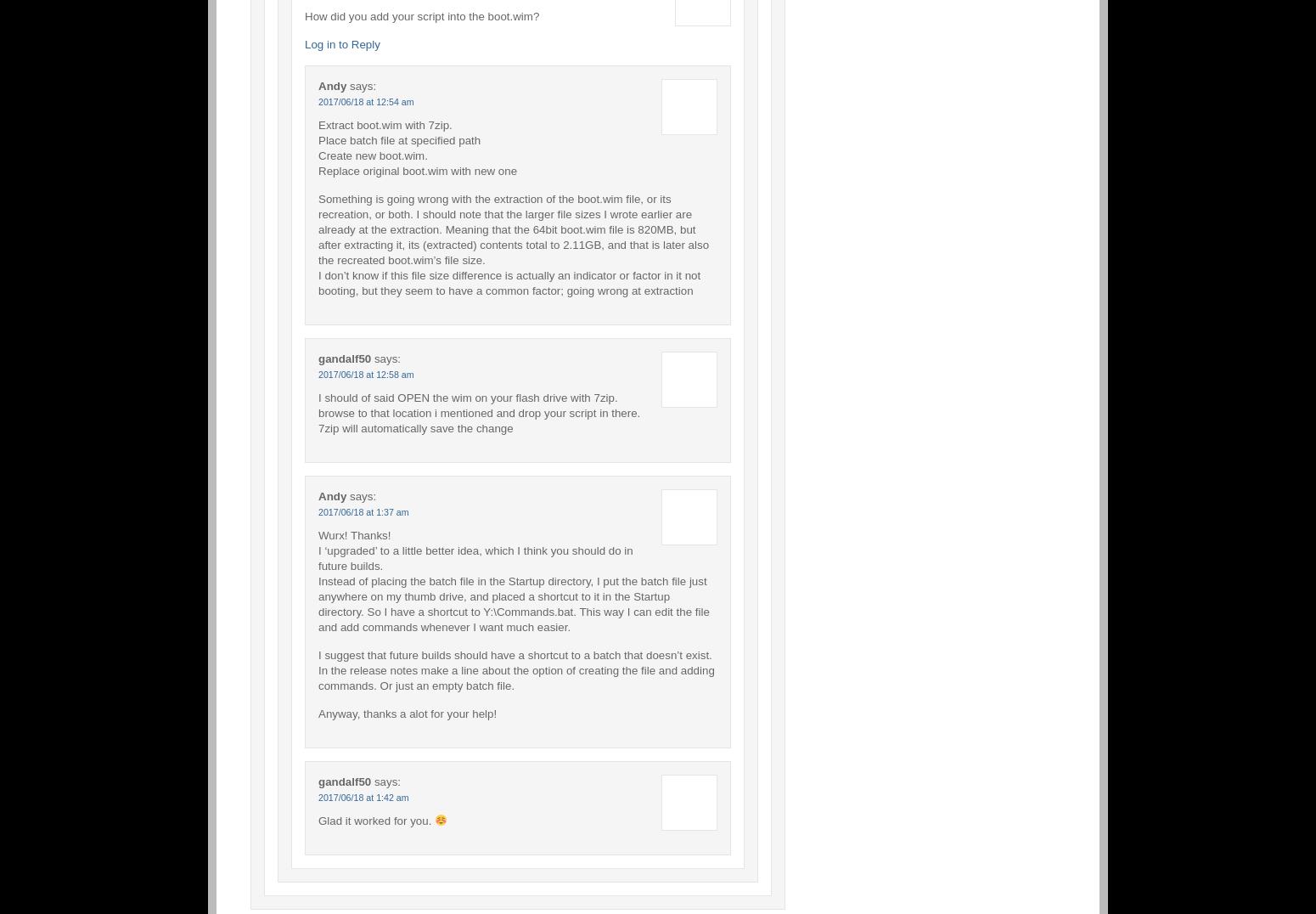 The width and height of the screenshot is (1316, 914). What do you see at coordinates (479, 411) in the screenshot?
I see `'I should of said OPEN the wim on your flash drive with 7zip. browse to that location i mentioned and drop your script in there. 7zip will automatically save the change'` at bounding box center [479, 411].